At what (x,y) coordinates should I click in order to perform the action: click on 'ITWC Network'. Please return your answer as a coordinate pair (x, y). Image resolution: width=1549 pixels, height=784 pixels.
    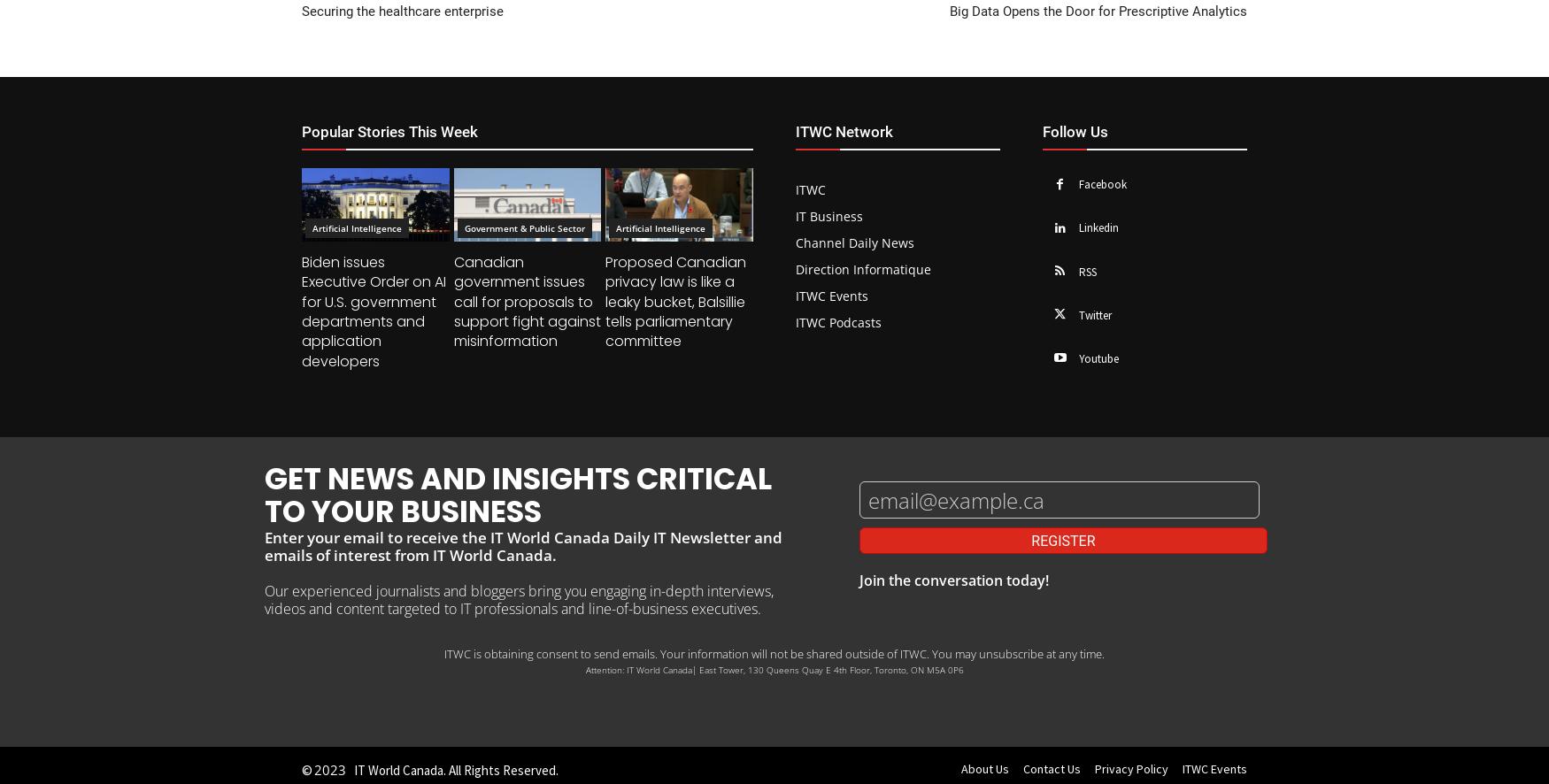
    Looking at the image, I should click on (844, 129).